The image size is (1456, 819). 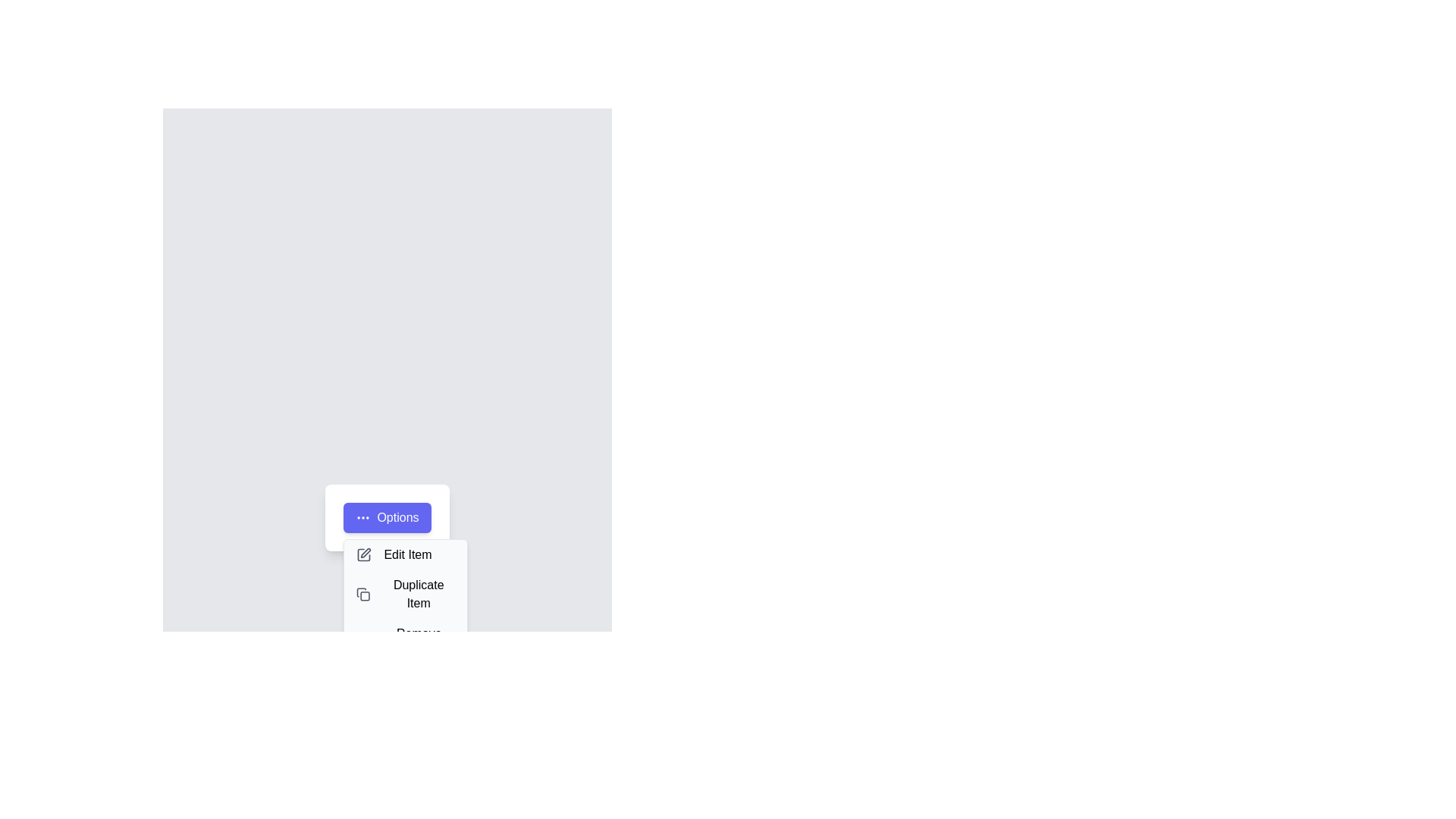 I want to click on the 'Options' button to toggle the dropdown menu, so click(x=387, y=516).